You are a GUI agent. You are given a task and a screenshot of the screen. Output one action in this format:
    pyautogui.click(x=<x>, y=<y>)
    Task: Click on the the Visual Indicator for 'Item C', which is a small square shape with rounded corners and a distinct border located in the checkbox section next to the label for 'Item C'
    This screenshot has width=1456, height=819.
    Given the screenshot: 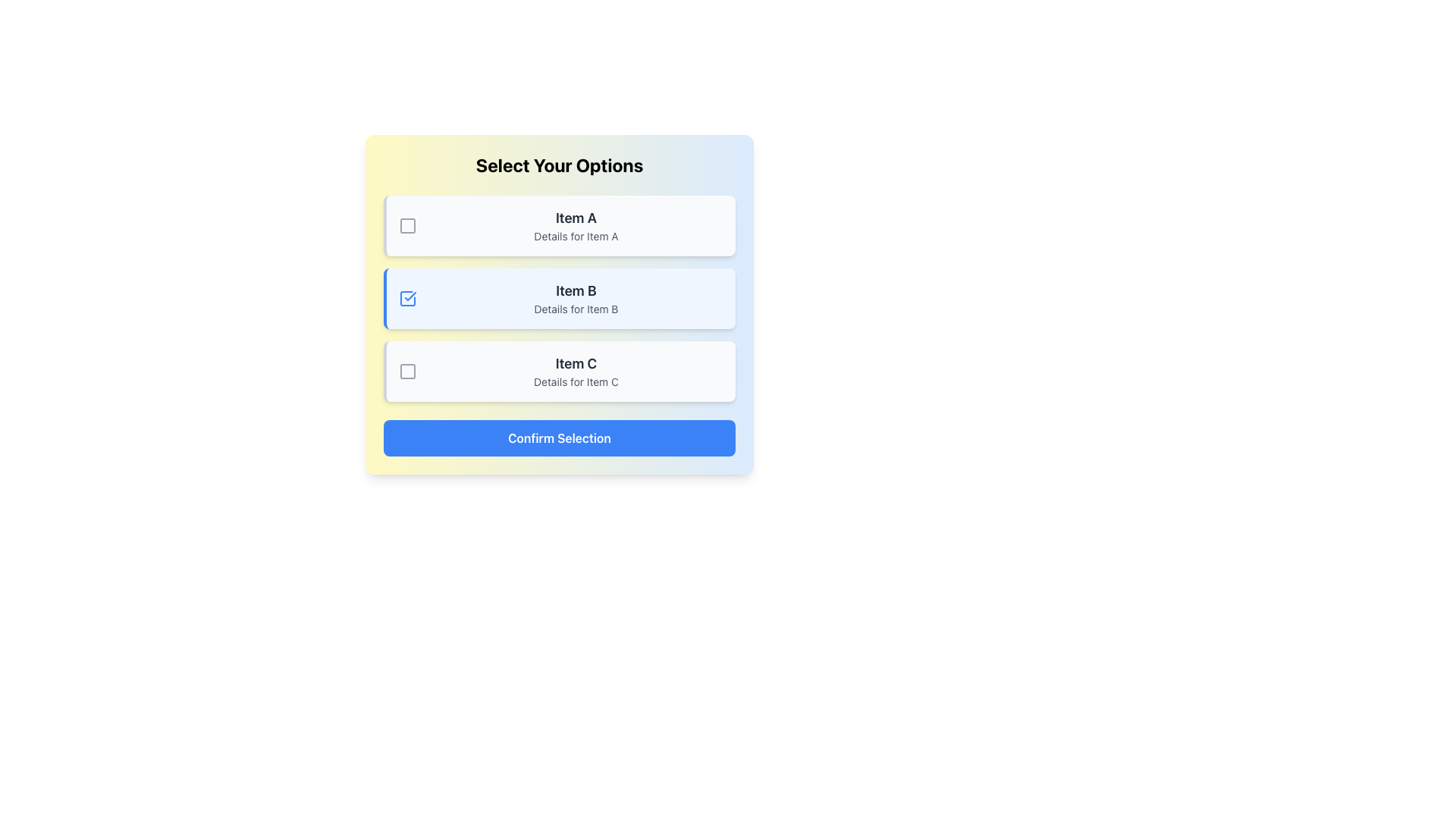 What is the action you would take?
    pyautogui.click(x=407, y=371)
    